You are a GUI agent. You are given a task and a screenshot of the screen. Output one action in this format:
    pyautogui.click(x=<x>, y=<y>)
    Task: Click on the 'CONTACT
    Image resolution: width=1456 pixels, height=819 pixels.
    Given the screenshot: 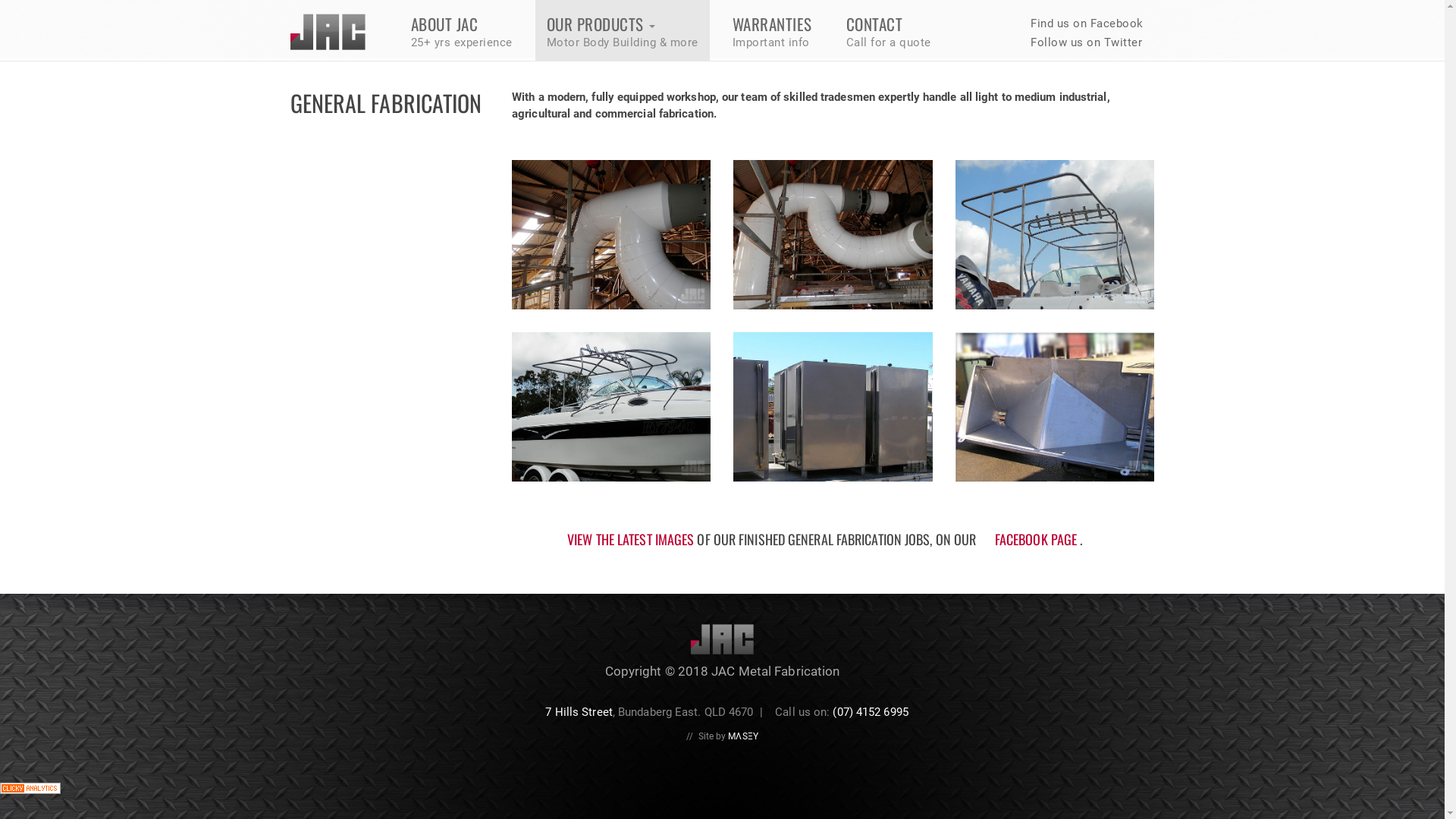 What is the action you would take?
    pyautogui.click(x=888, y=30)
    